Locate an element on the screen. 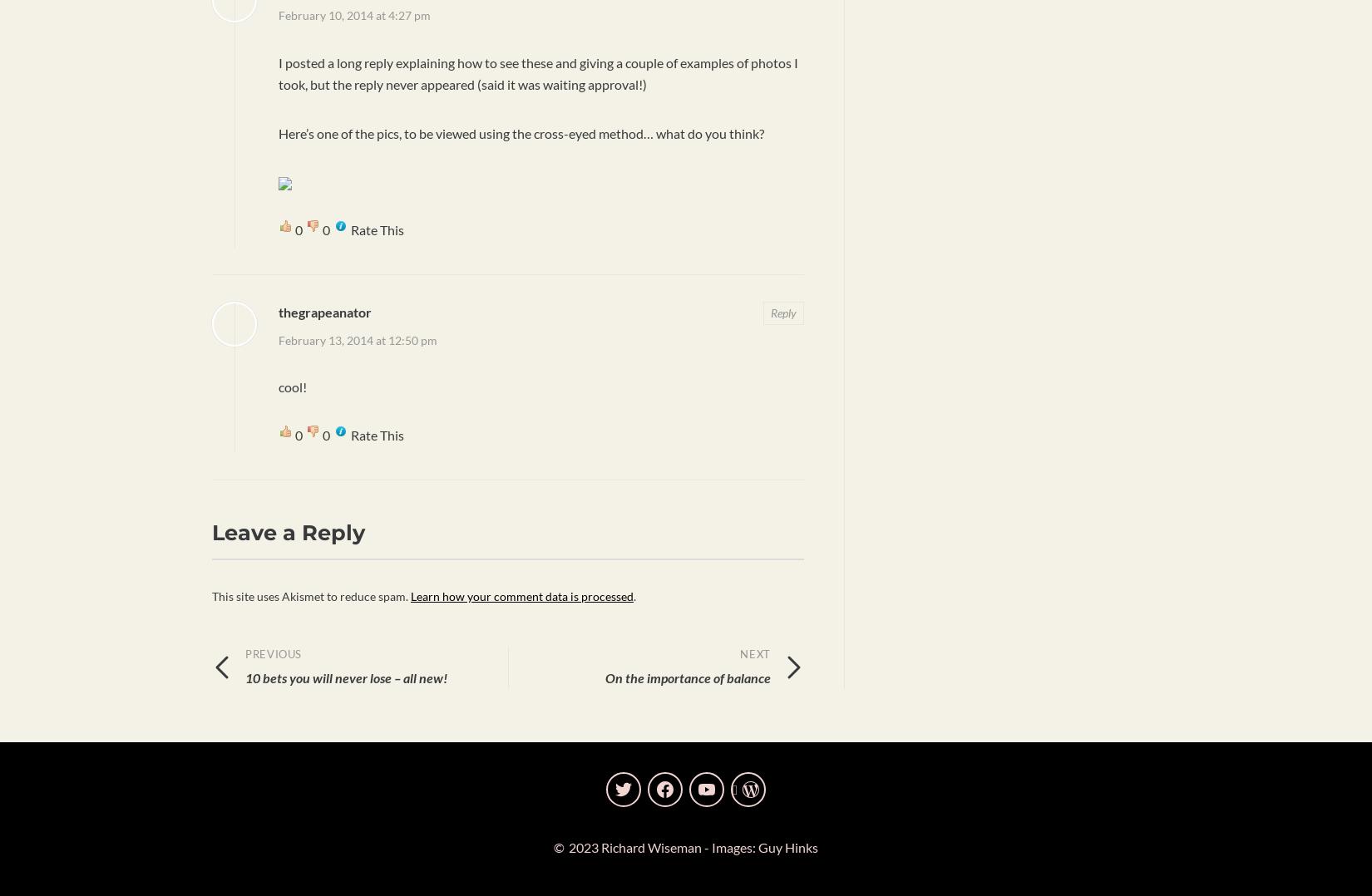 The height and width of the screenshot is (896, 1372). 'Reply' is located at coordinates (783, 313).